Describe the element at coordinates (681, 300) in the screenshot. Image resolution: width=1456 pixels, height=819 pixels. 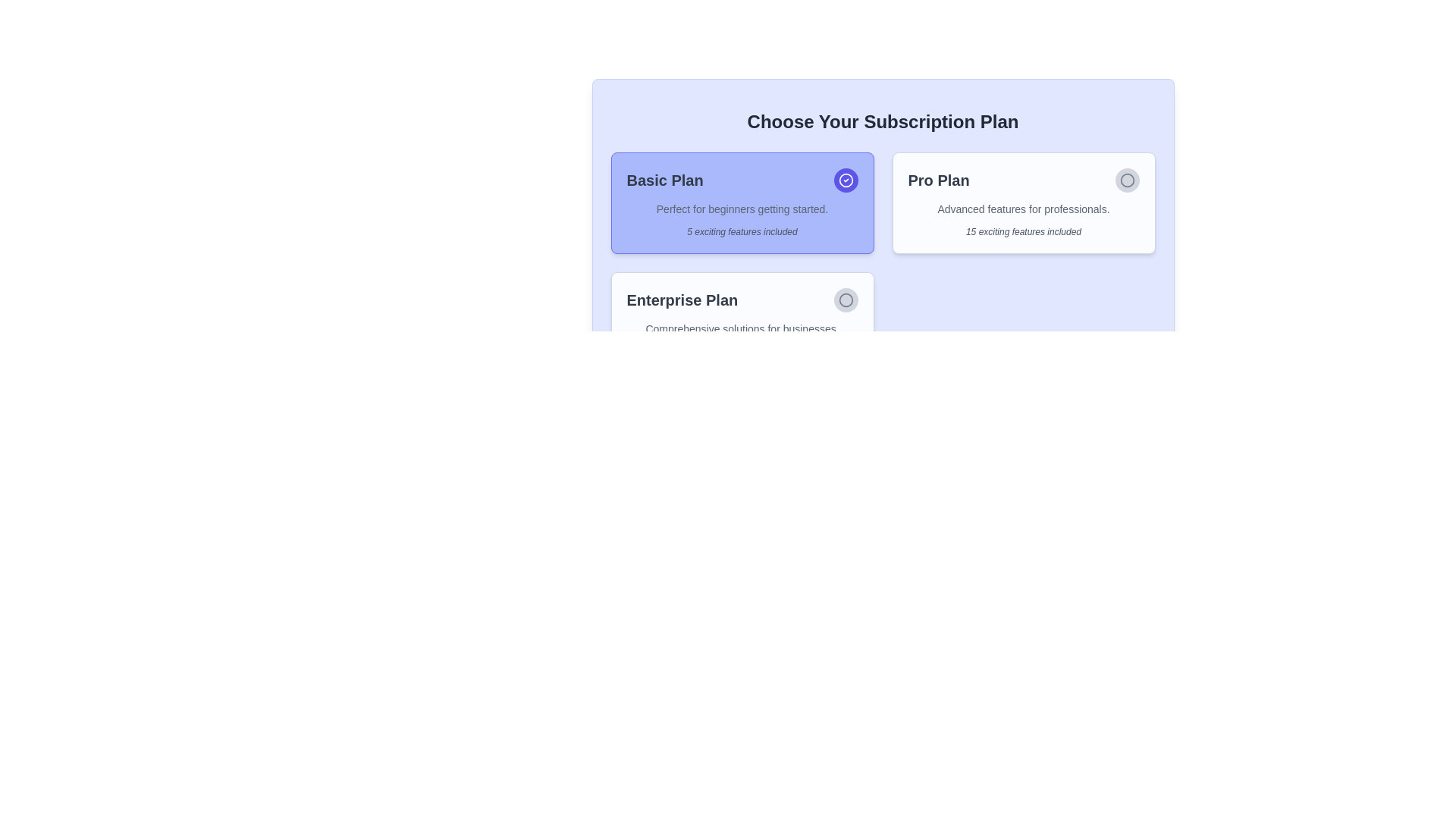
I see `the 'Enterprise Plan' title text label located at the top-left corner of the subscription plan card` at that location.